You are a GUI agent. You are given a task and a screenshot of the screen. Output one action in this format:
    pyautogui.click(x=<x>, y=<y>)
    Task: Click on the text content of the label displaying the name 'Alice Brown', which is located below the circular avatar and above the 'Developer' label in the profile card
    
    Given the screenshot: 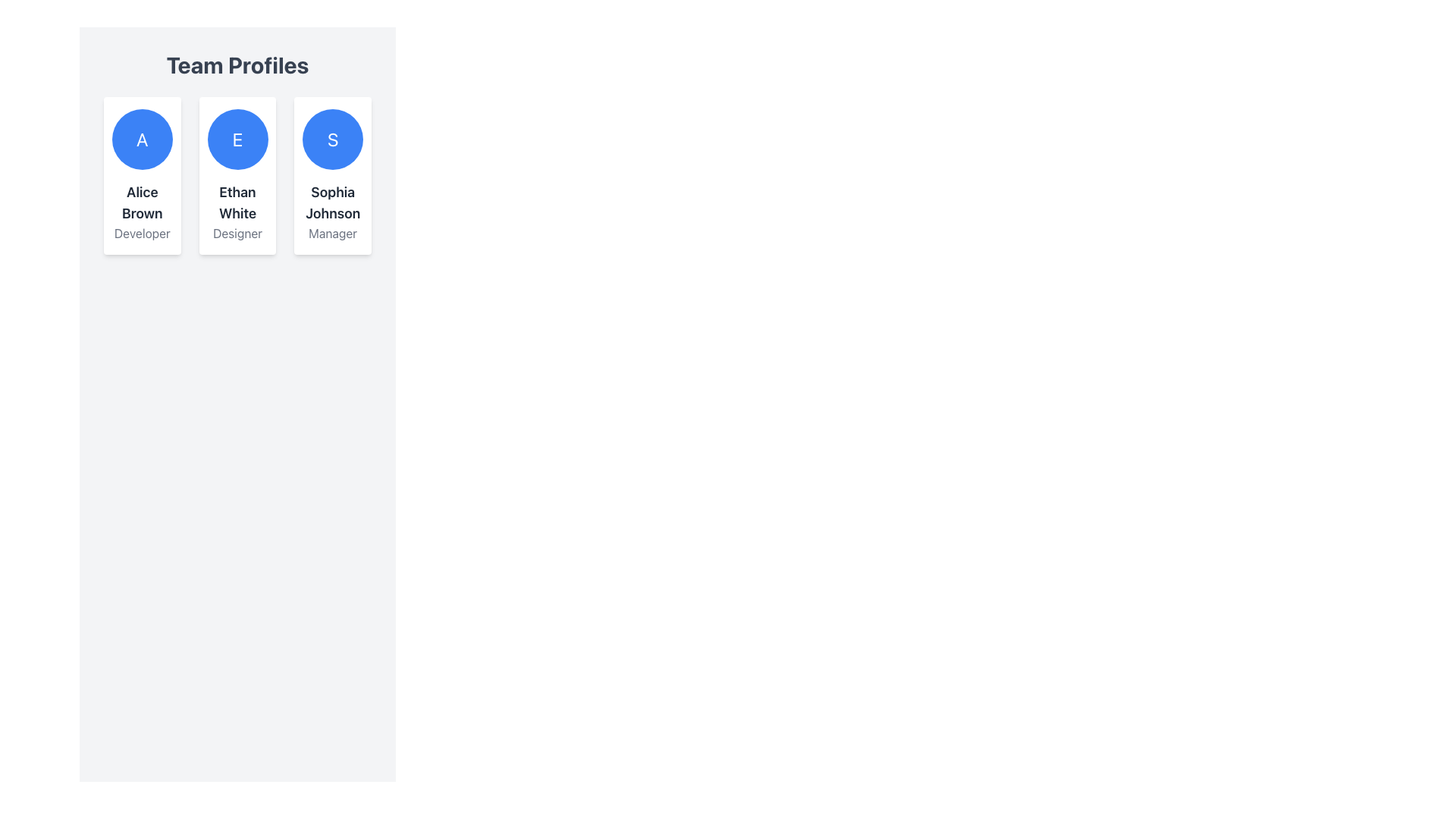 What is the action you would take?
    pyautogui.click(x=142, y=202)
    